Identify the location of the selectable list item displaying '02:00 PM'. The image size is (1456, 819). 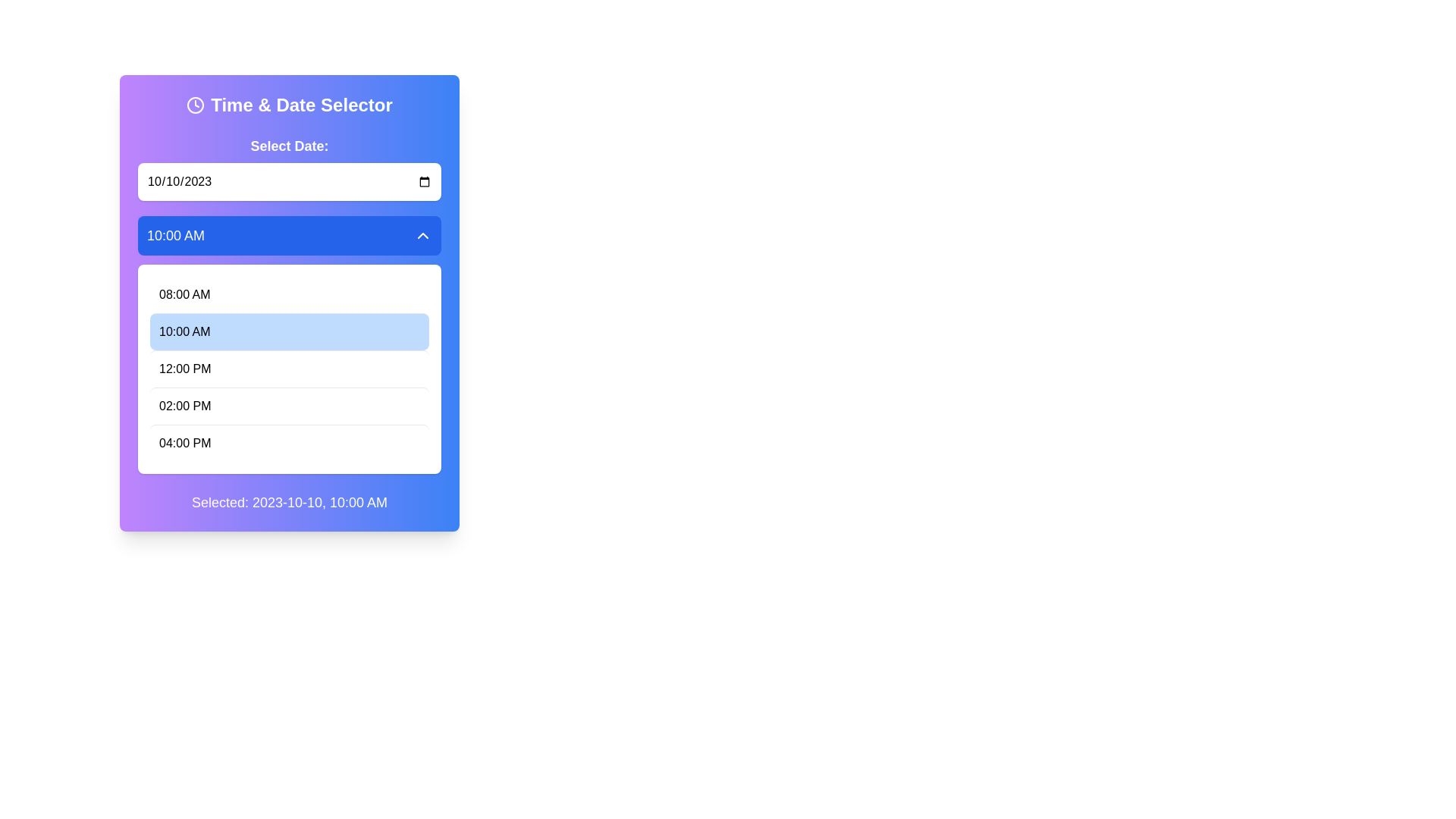
(290, 405).